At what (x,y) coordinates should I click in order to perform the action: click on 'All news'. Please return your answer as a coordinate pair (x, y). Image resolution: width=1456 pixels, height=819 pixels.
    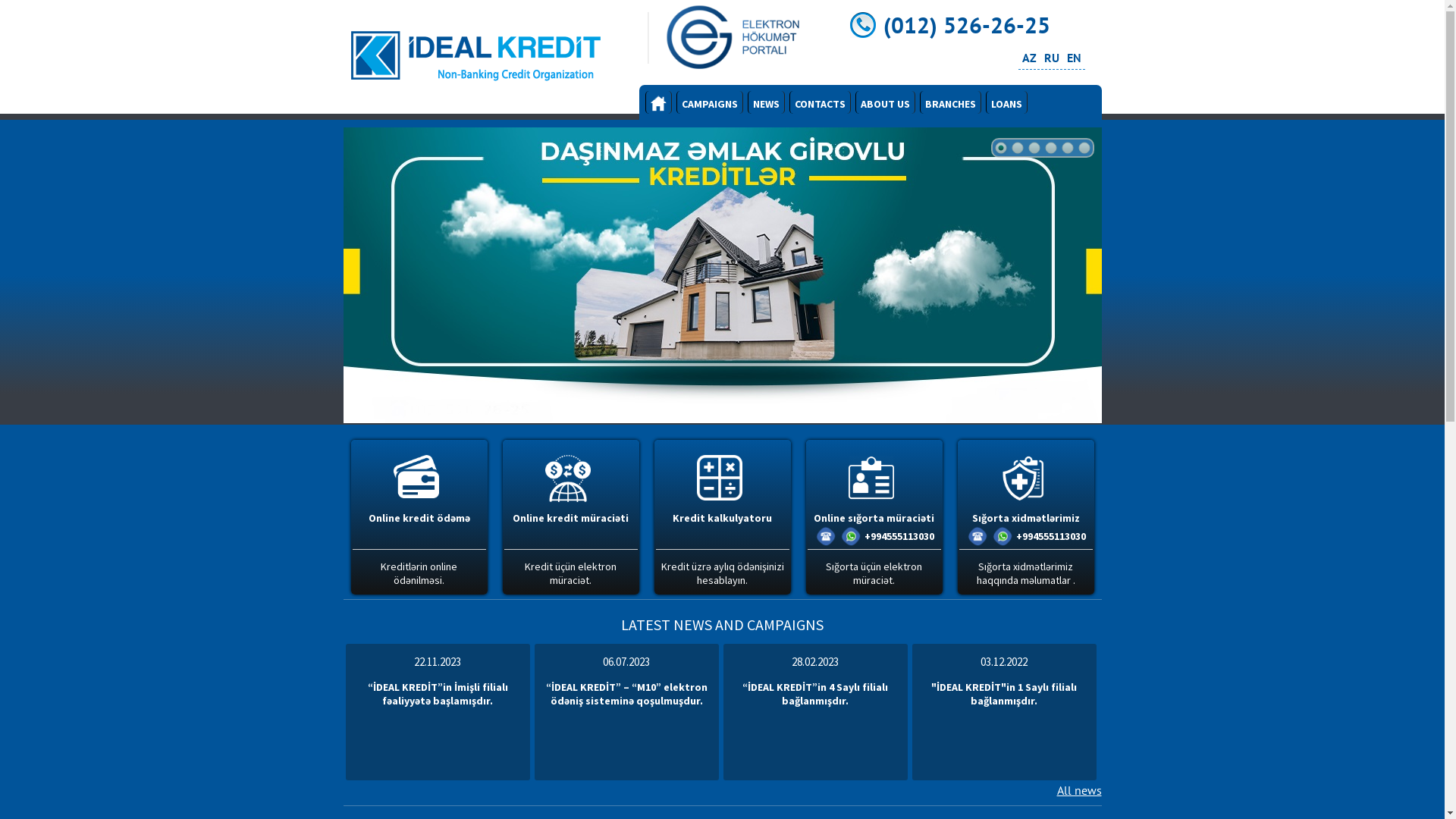
    Looking at the image, I should click on (1078, 789).